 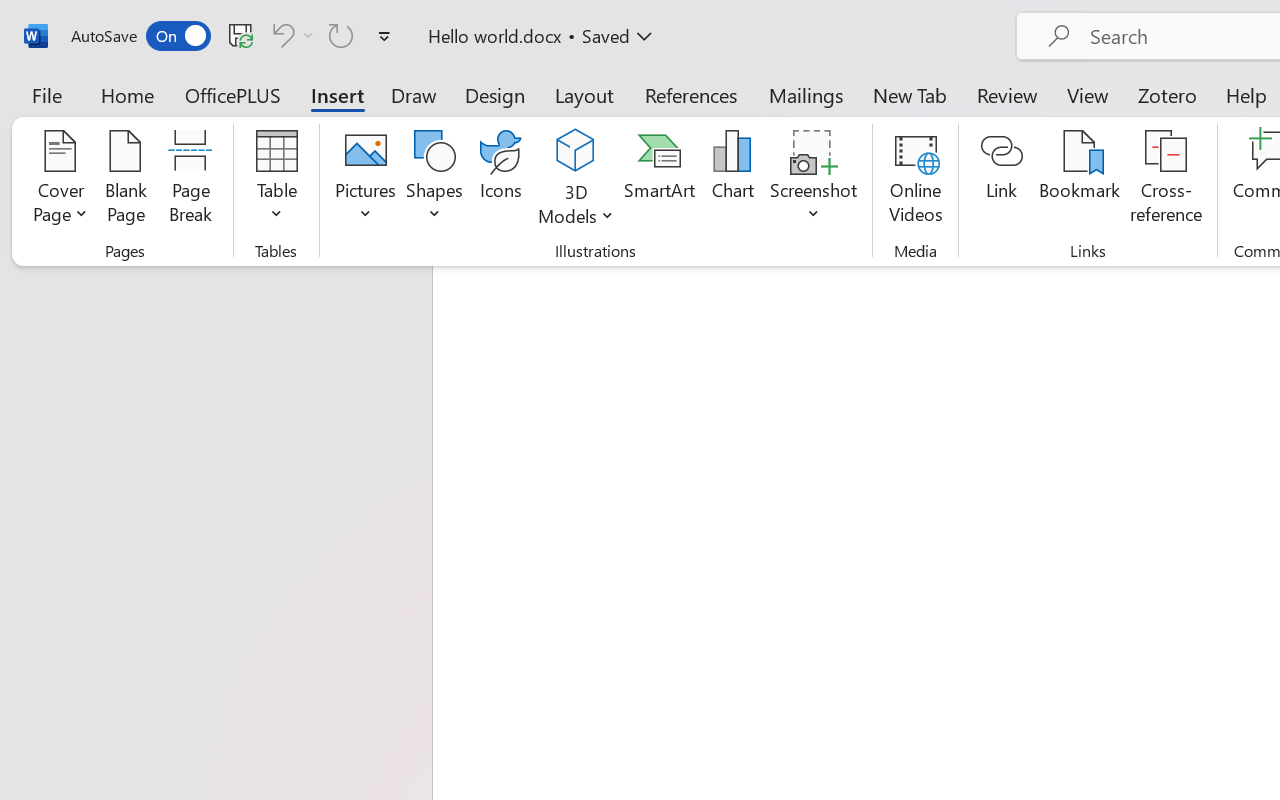 What do you see at coordinates (413, 94) in the screenshot?
I see `'Draw'` at bounding box center [413, 94].